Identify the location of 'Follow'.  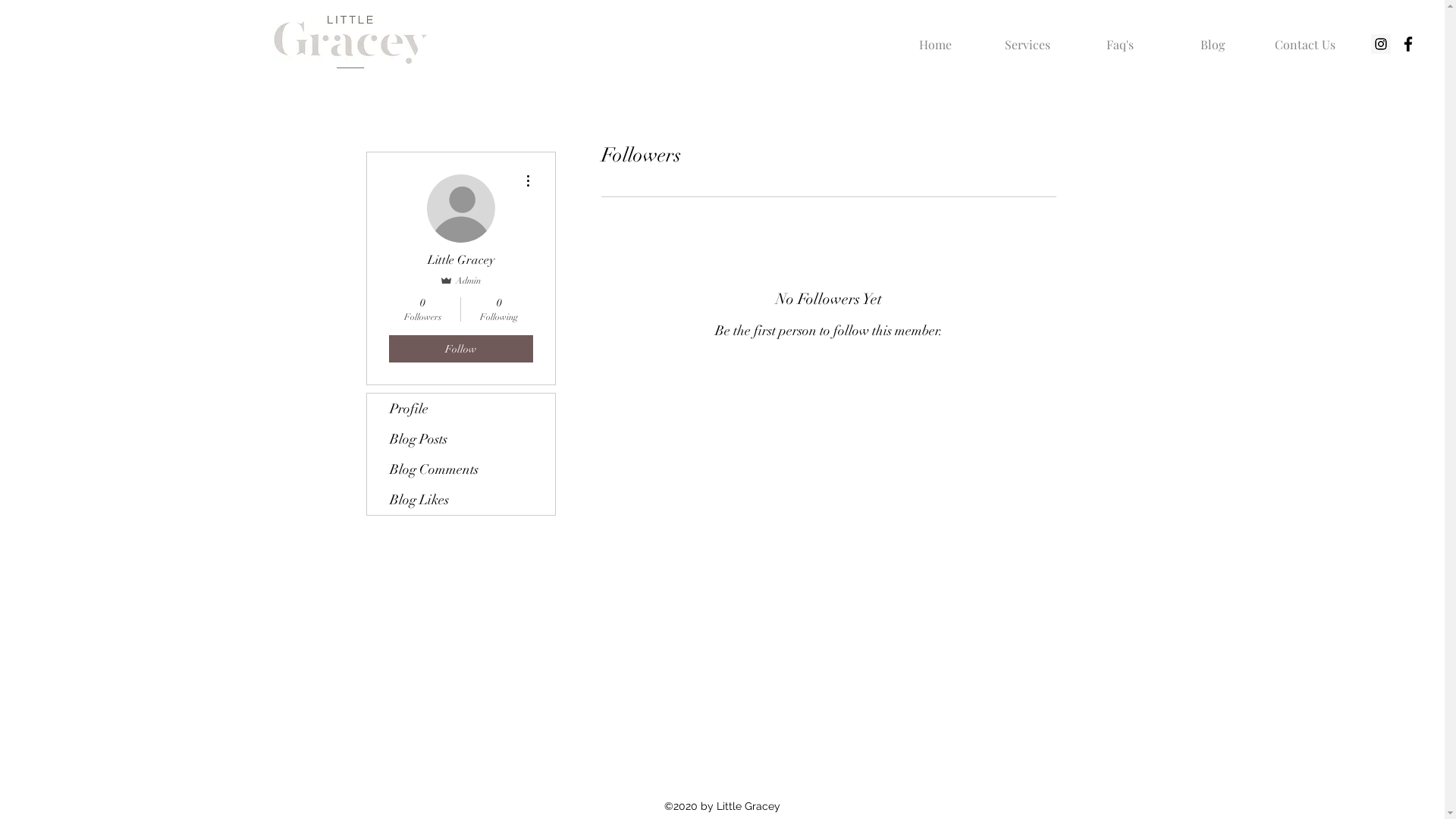
(388, 348).